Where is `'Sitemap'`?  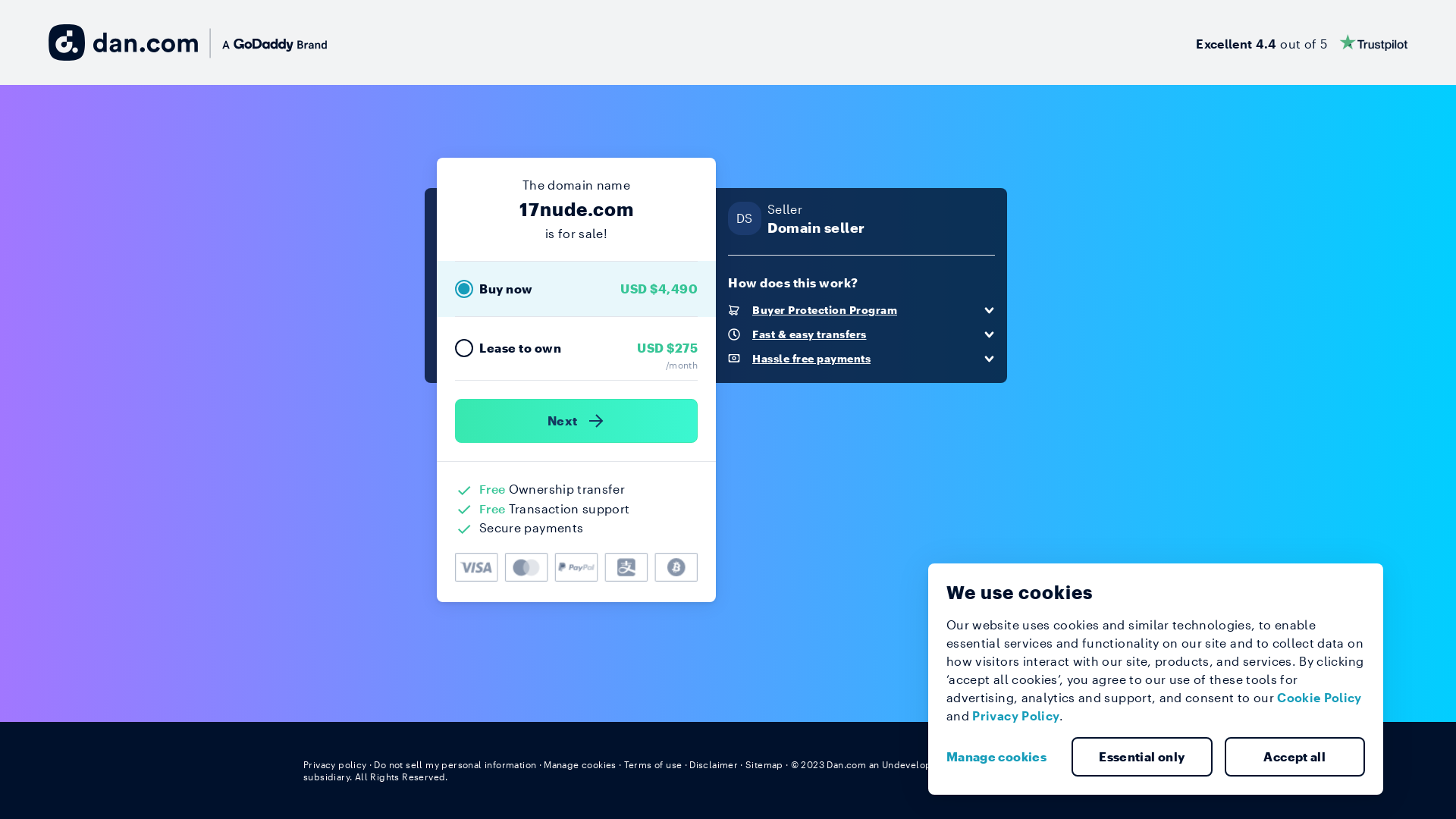
'Sitemap' is located at coordinates (764, 764).